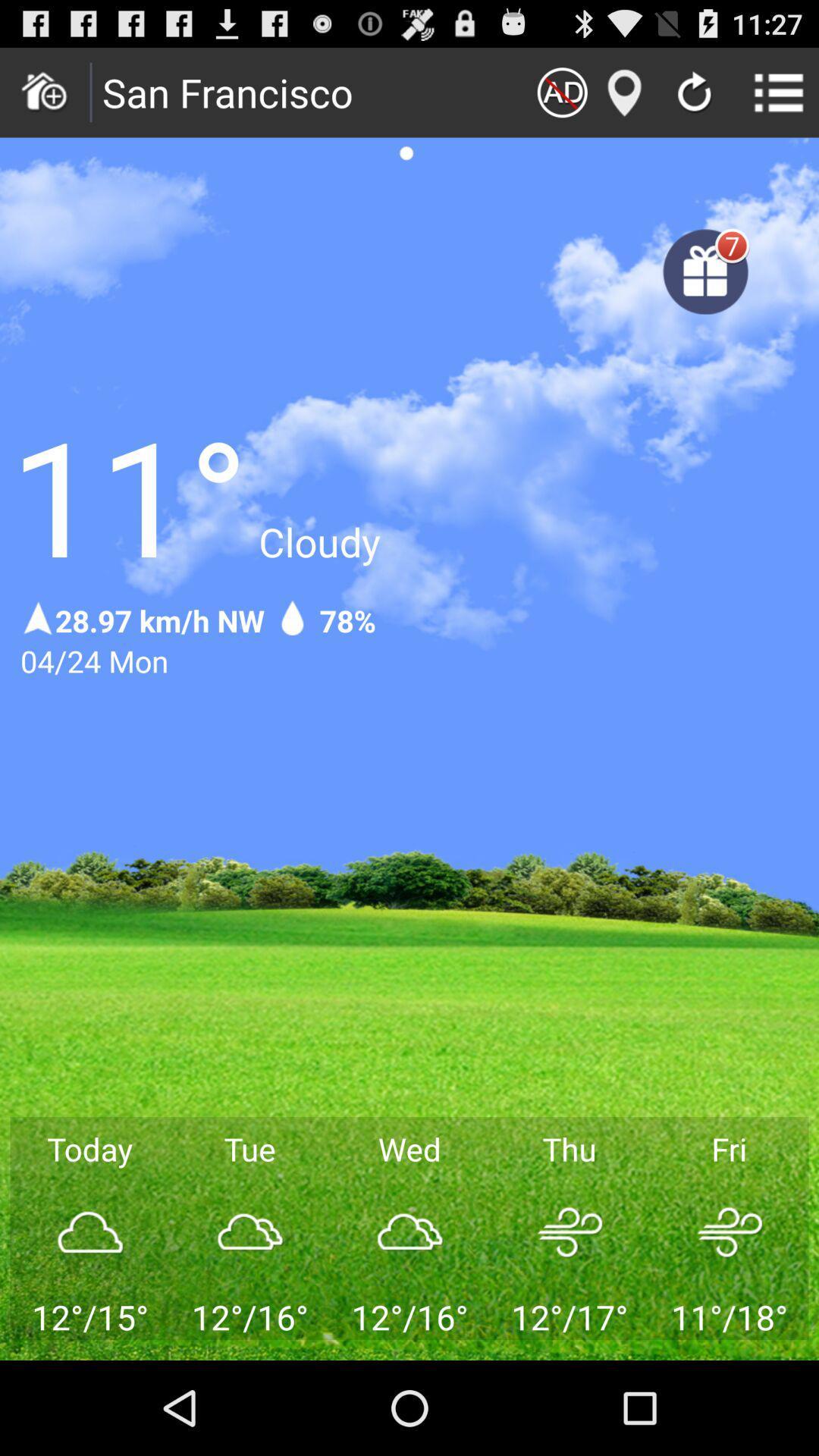 The width and height of the screenshot is (819, 1456). What do you see at coordinates (779, 98) in the screenshot?
I see `the list icon` at bounding box center [779, 98].